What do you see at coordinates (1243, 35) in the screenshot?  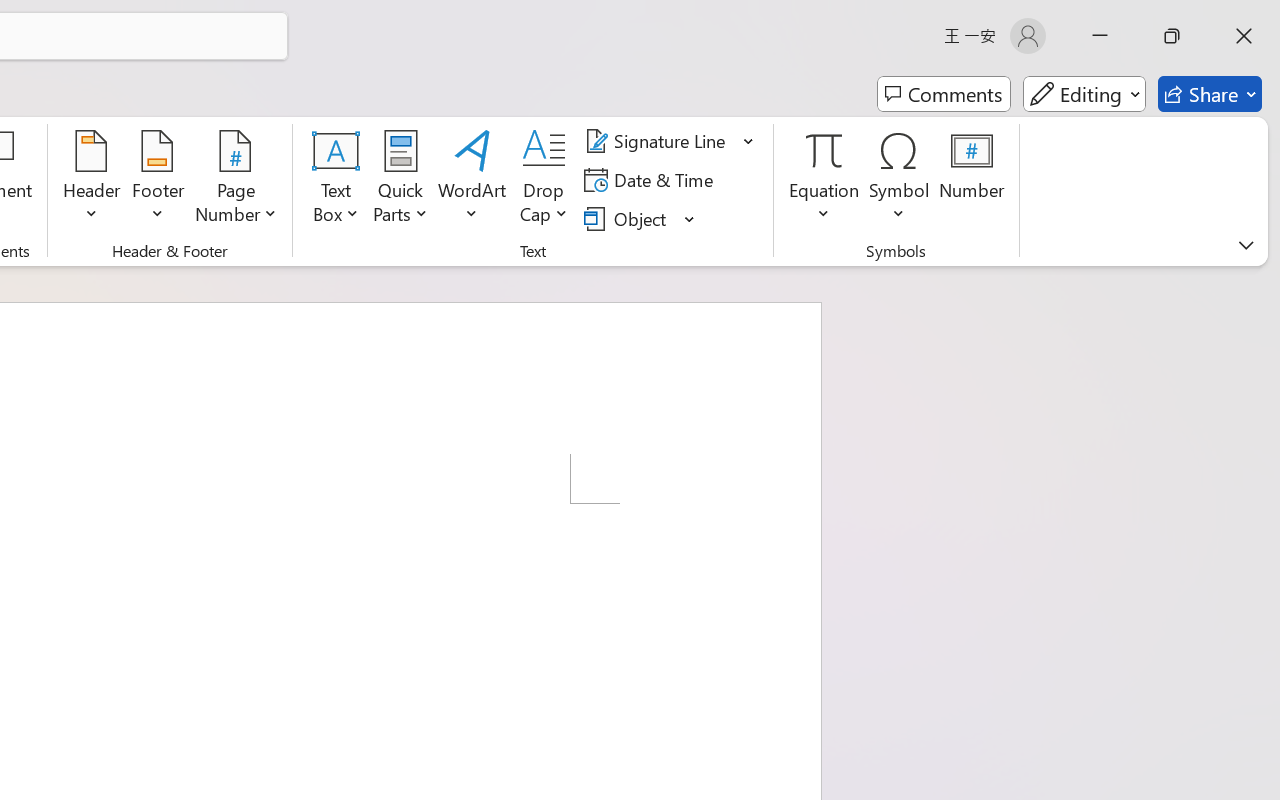 I see `'Close'` at bounding box center [1243, 35].